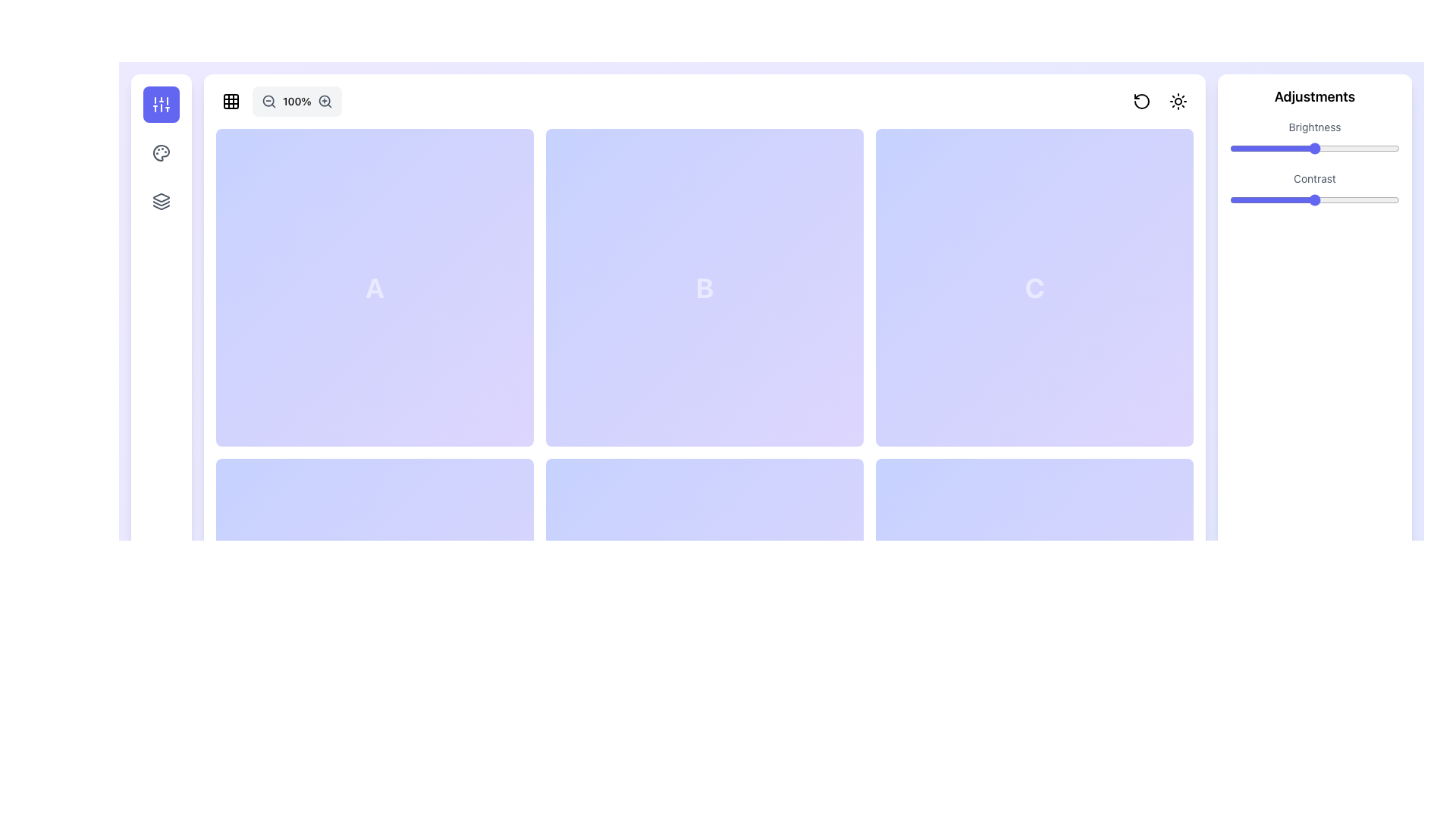  Describe the element at coordinates (1178, 102) in the screenshot. I see `the button in the top-right corner of the interface` at that location.